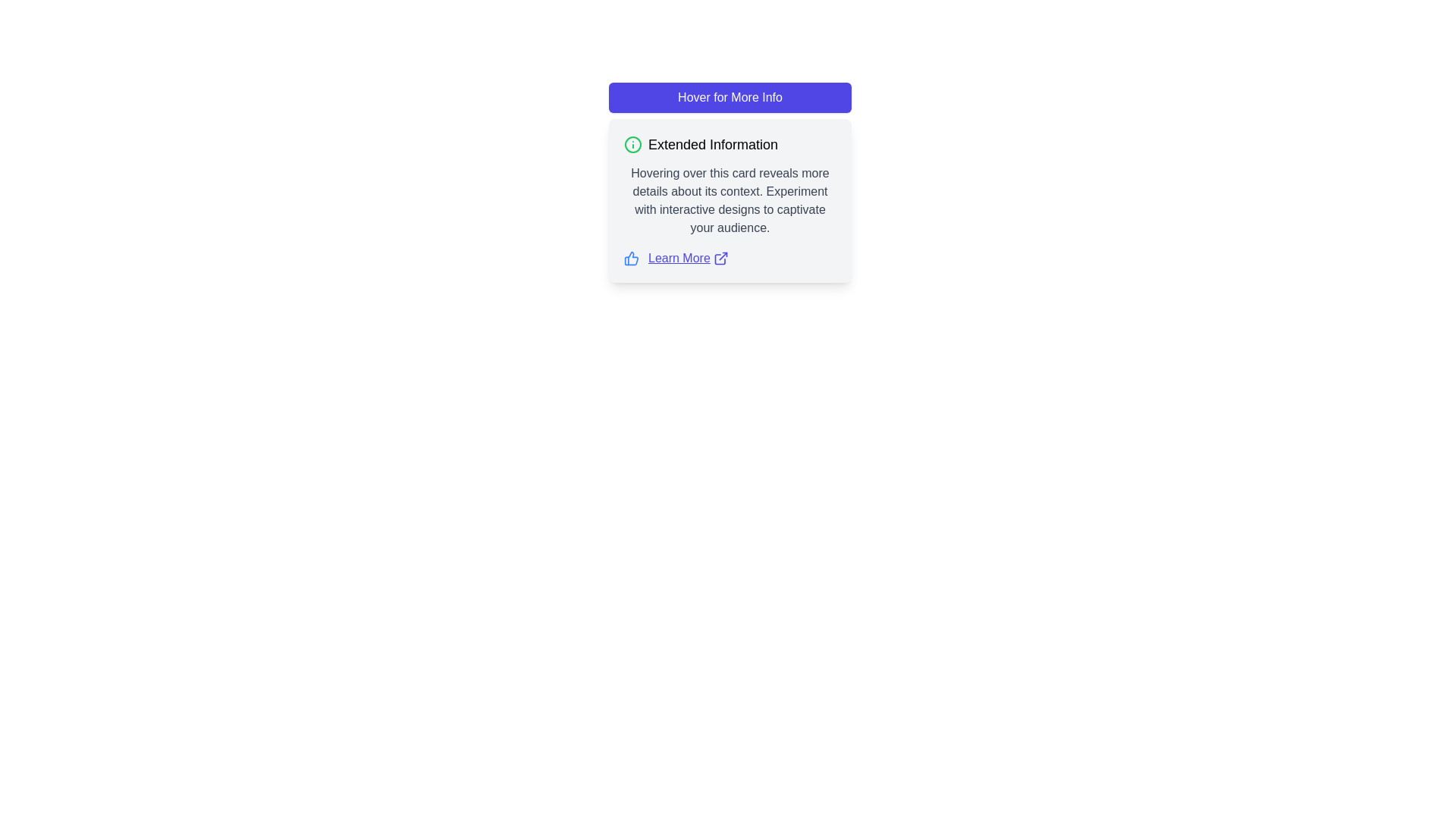  Describe the element at coordinates (730, 97) in the screenshot. I see `the 'Hover for More Info' button, which is a horizontally rectangular button with a purple background and white text, centered within its design` at that location.